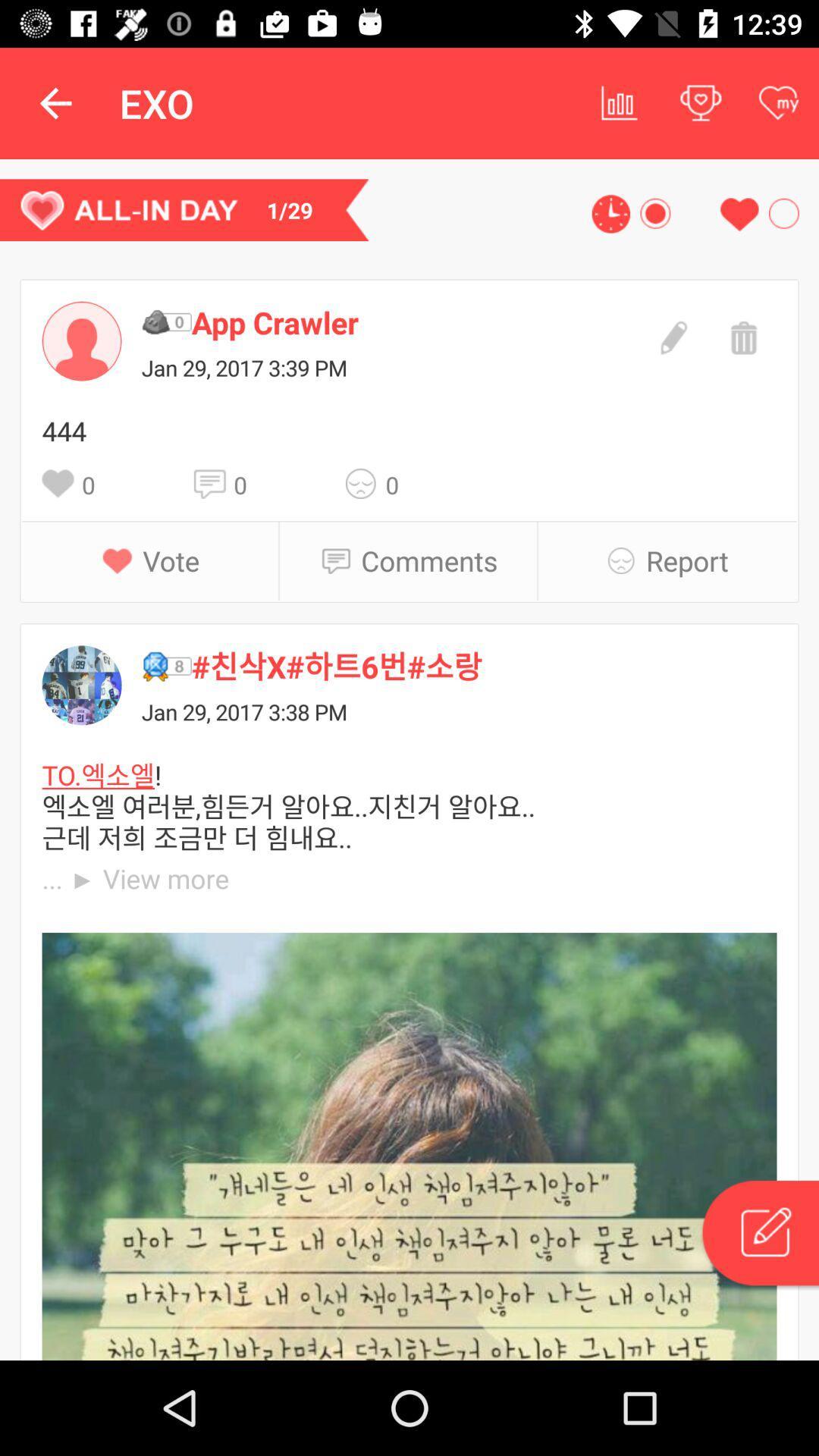 This screenshot has width=819, height=1456. What do you see at coordinates (213, 482) in the screenshot?
I see `the icon next to 0 item` at bounding box center [213, 482].